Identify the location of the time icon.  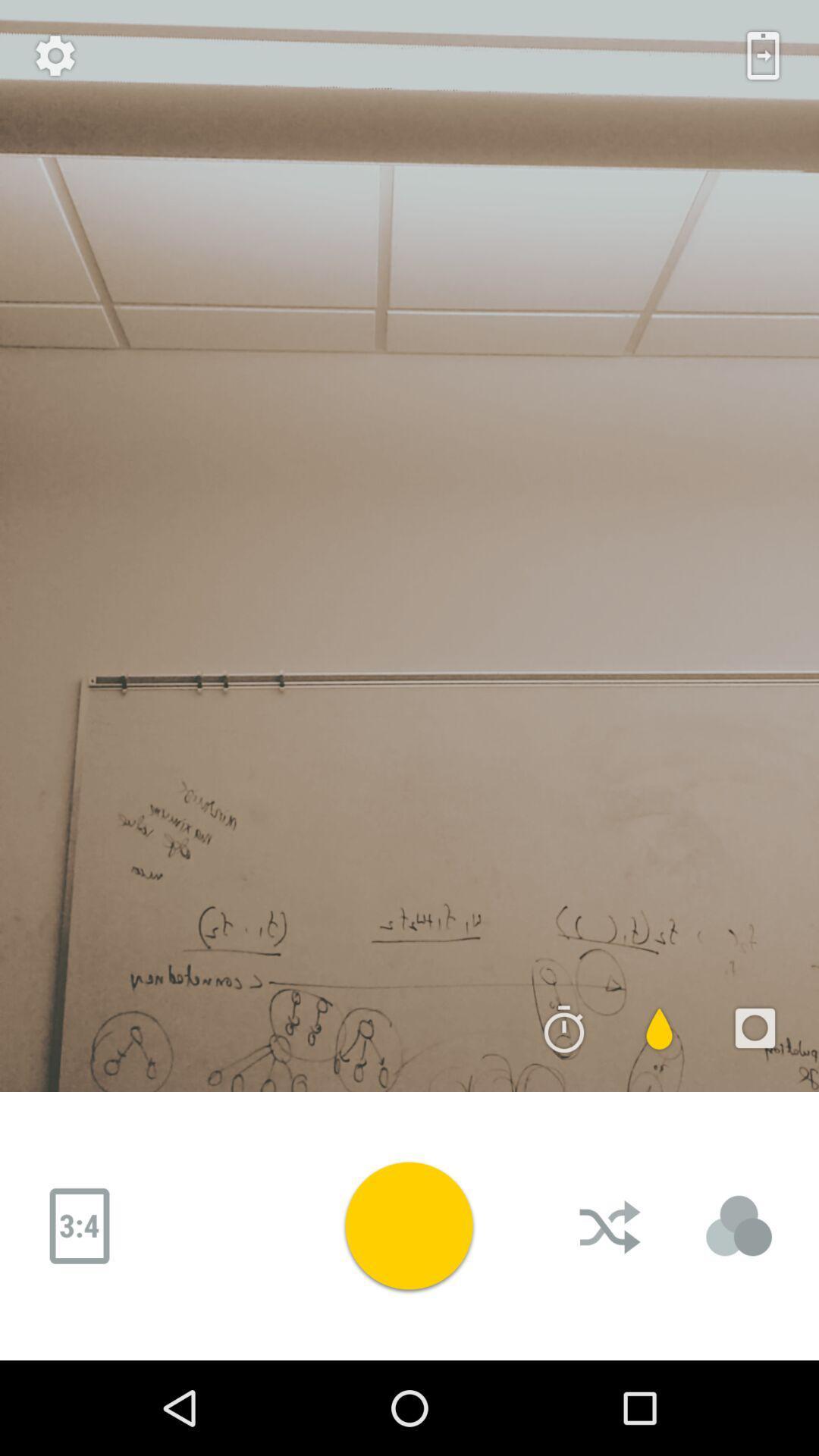
(564, 1028).